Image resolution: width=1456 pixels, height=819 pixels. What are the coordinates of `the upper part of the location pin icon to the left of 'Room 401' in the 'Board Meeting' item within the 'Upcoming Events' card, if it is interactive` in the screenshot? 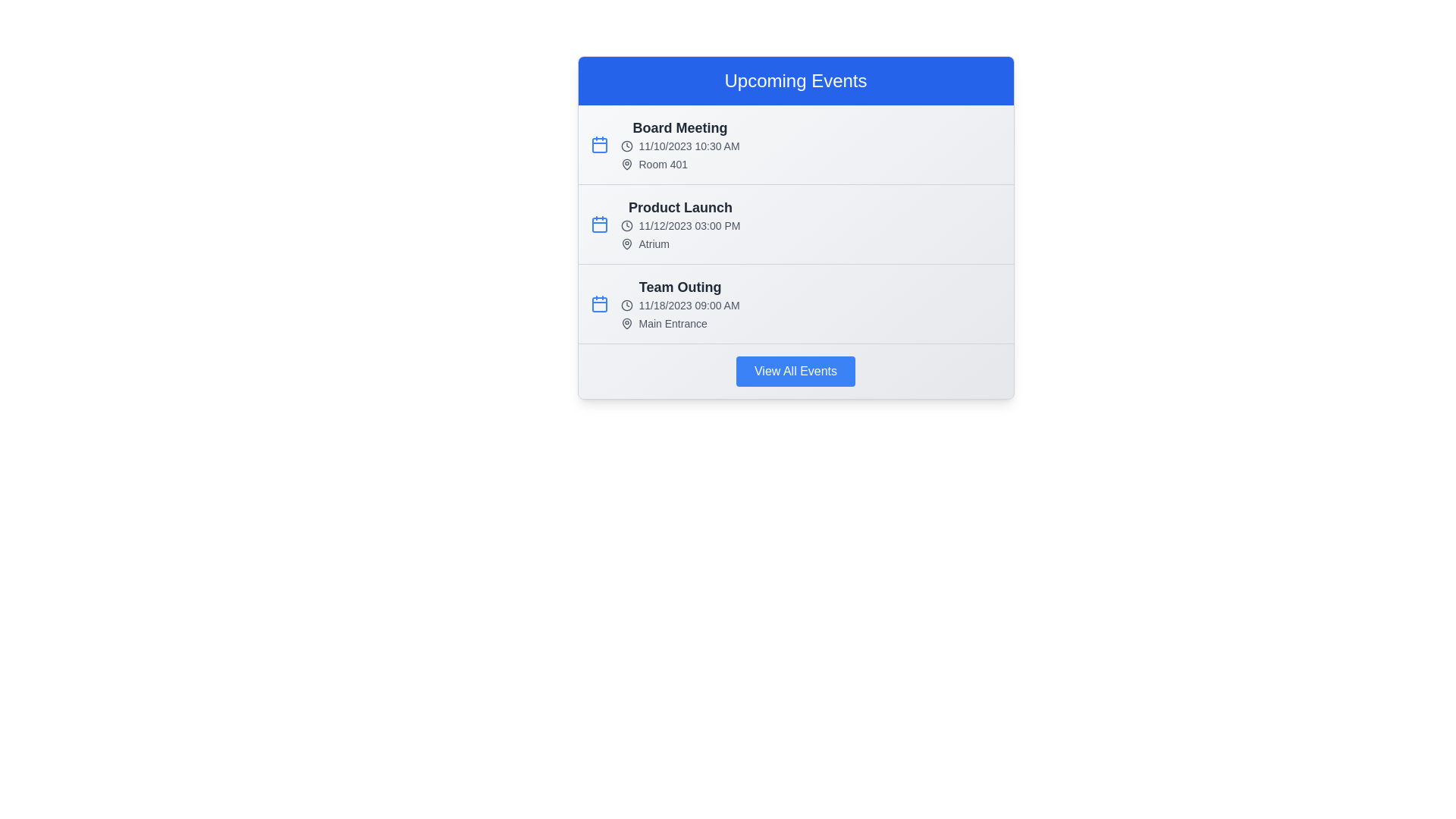 It's located at (626, 164).